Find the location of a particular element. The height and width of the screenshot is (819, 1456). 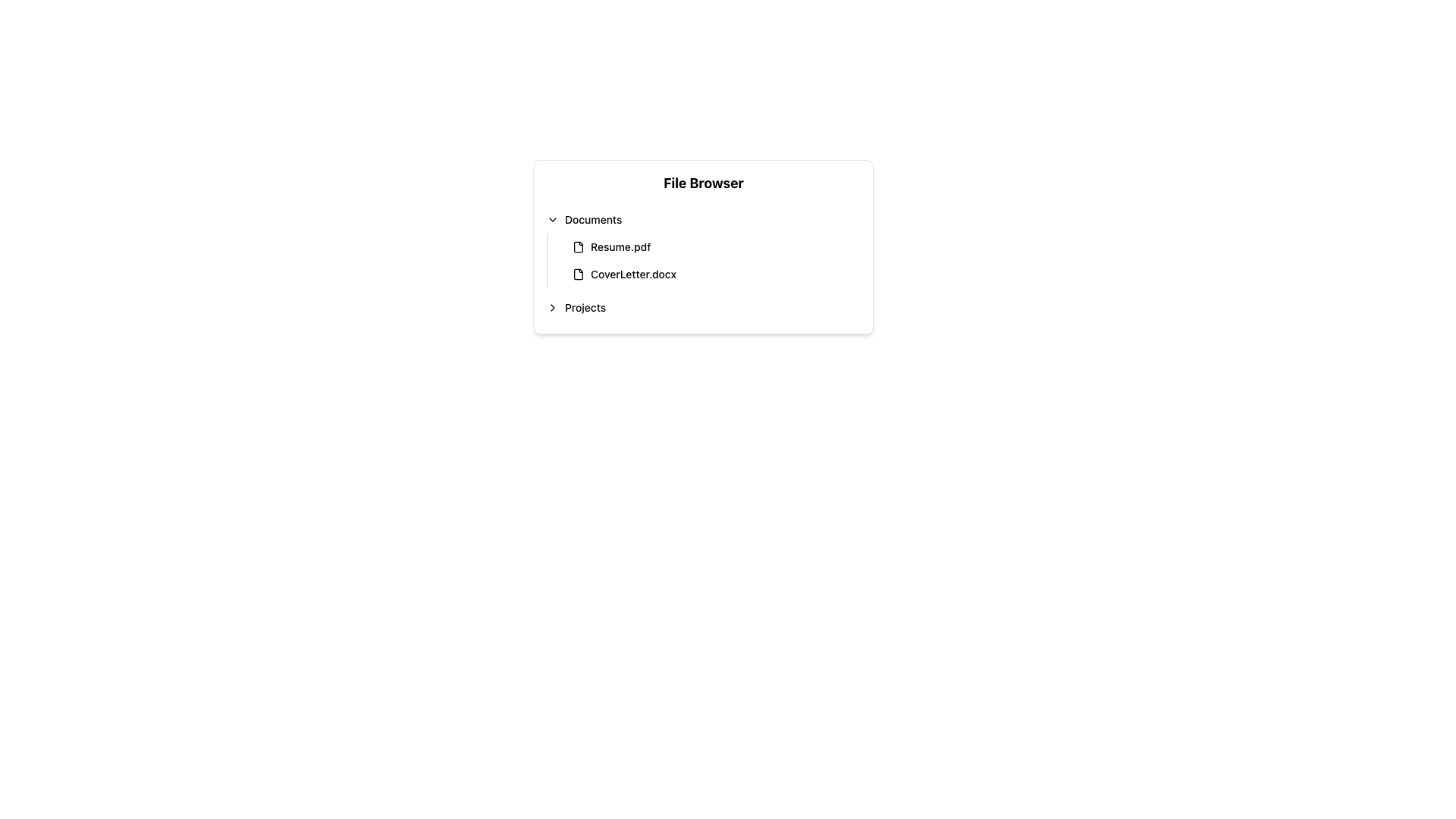

the 'CoverLetter.docx' file item, which is the second item under the 'Documents' section is located at coordinates (709, 275).